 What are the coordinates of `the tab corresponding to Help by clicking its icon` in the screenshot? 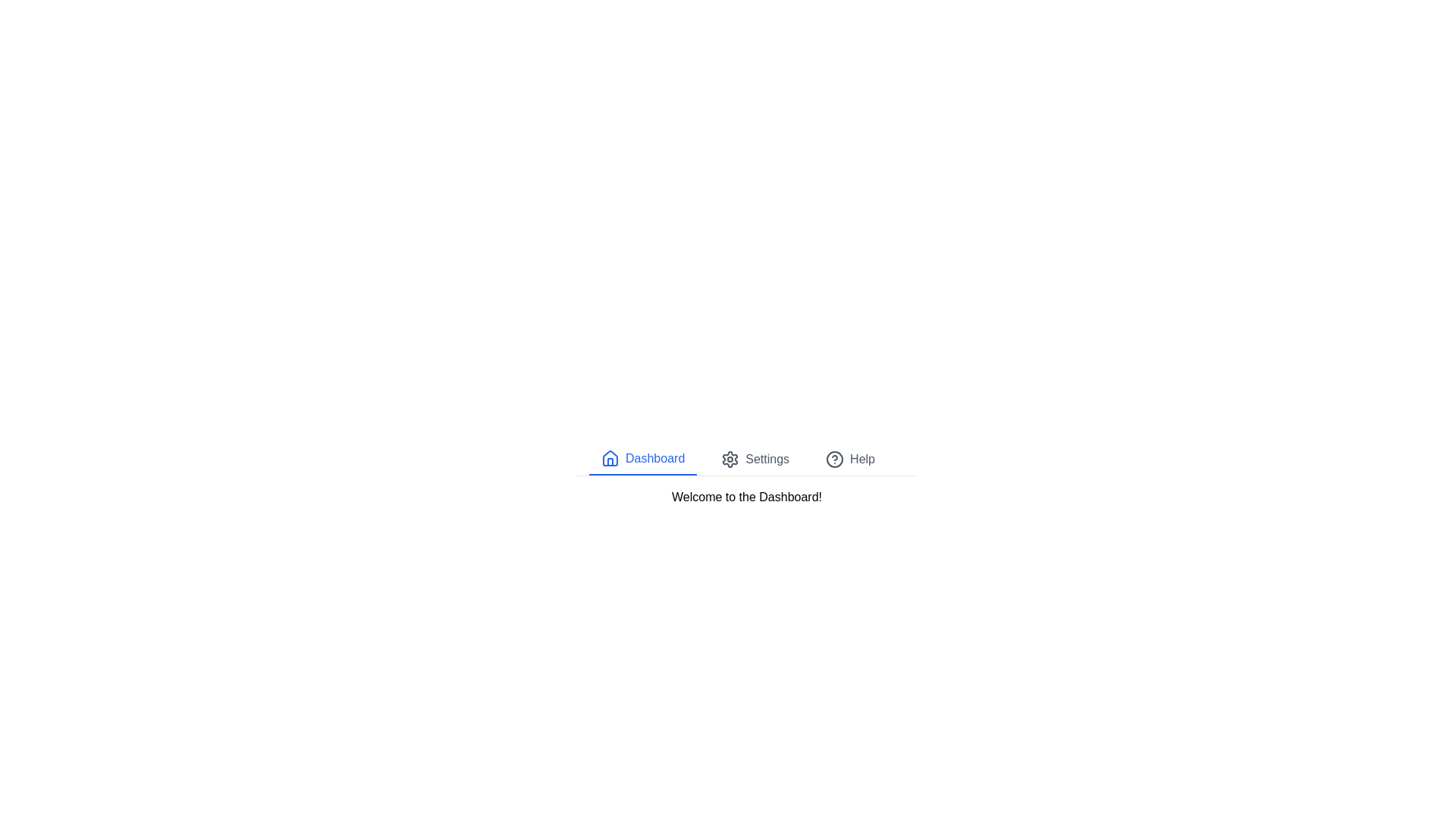 It's located at (833, 458).